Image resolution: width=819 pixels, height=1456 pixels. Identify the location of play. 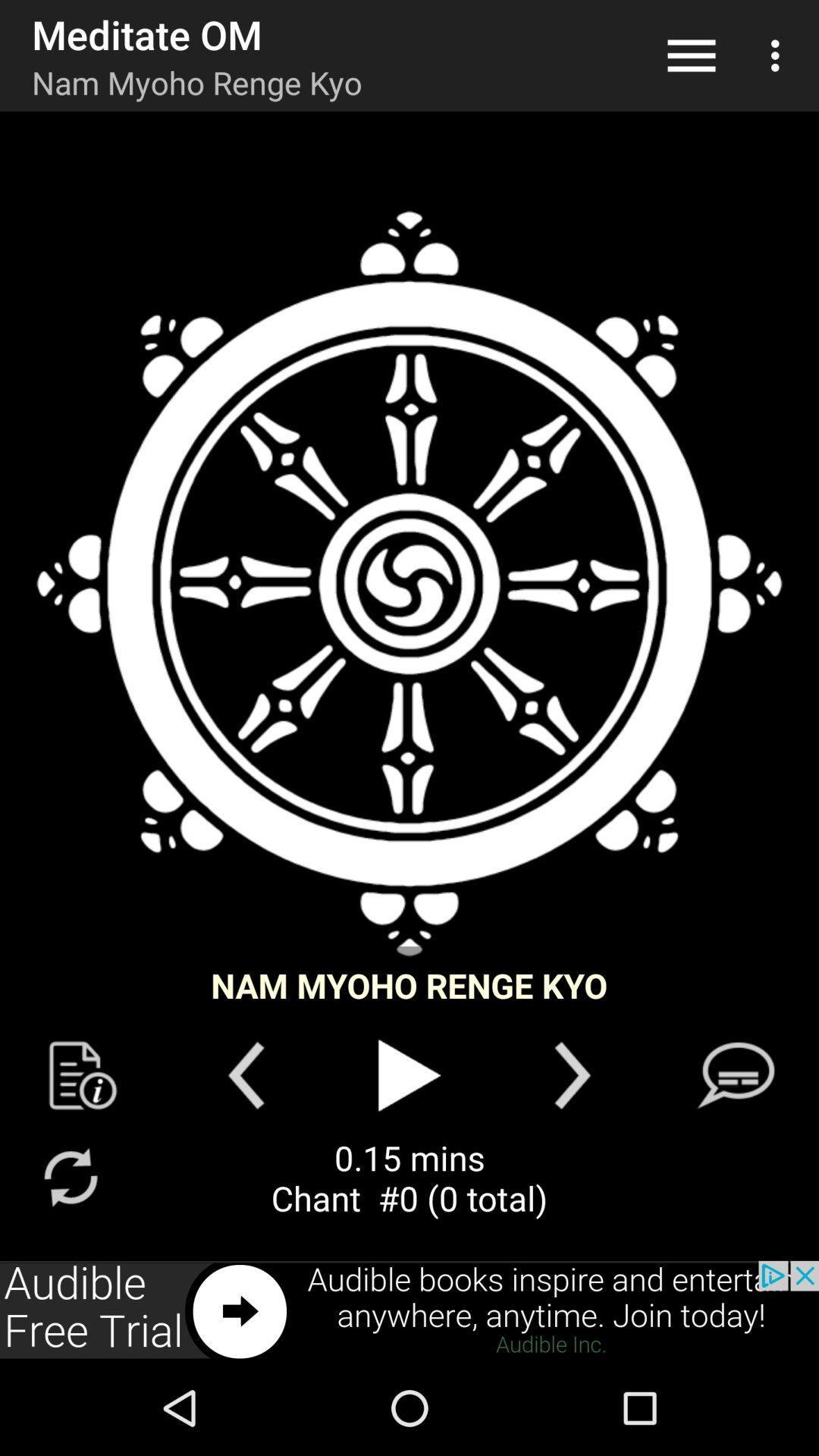
(409, 1075).